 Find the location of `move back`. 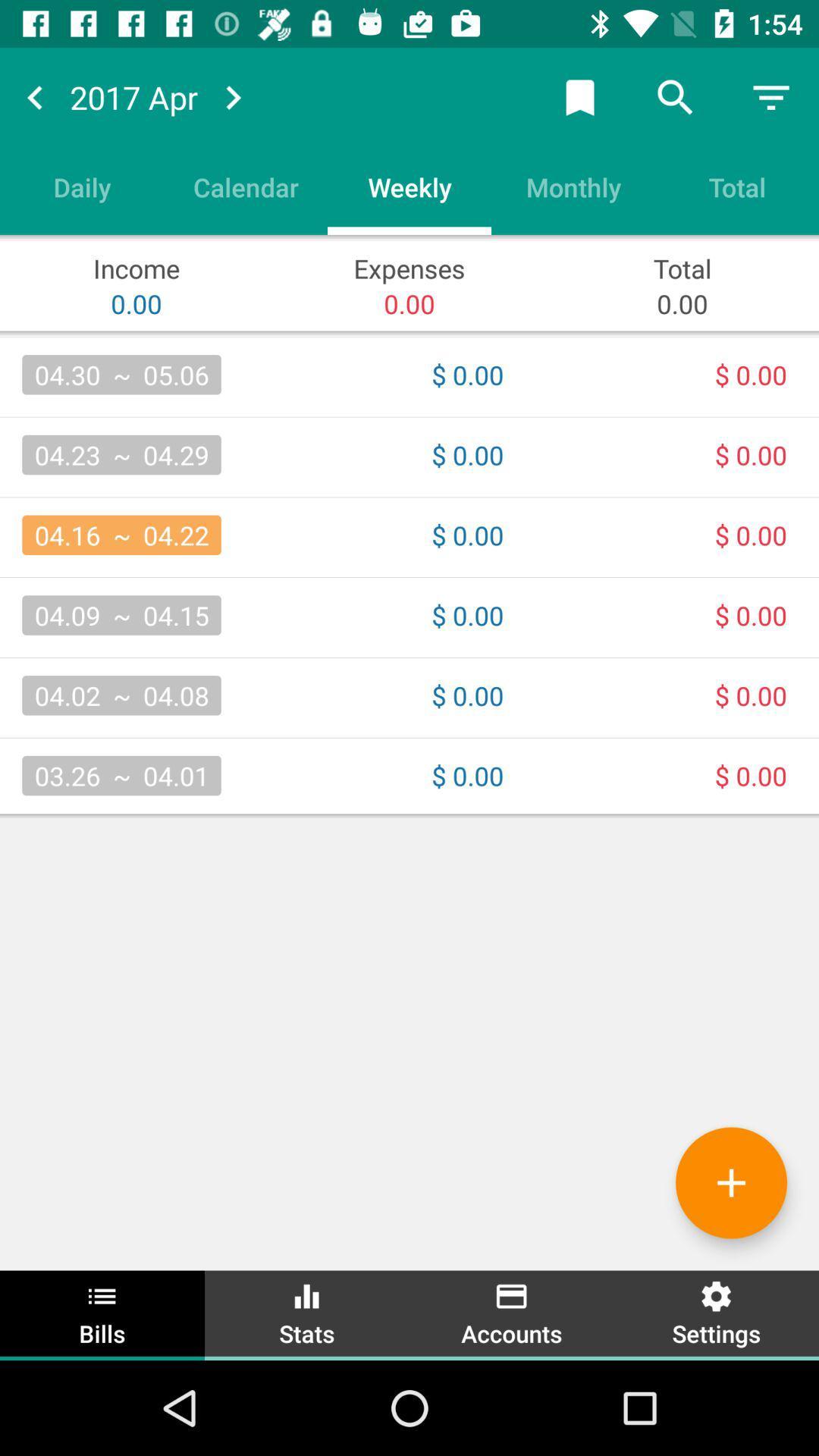

move back is located at coordinates (34, 96).